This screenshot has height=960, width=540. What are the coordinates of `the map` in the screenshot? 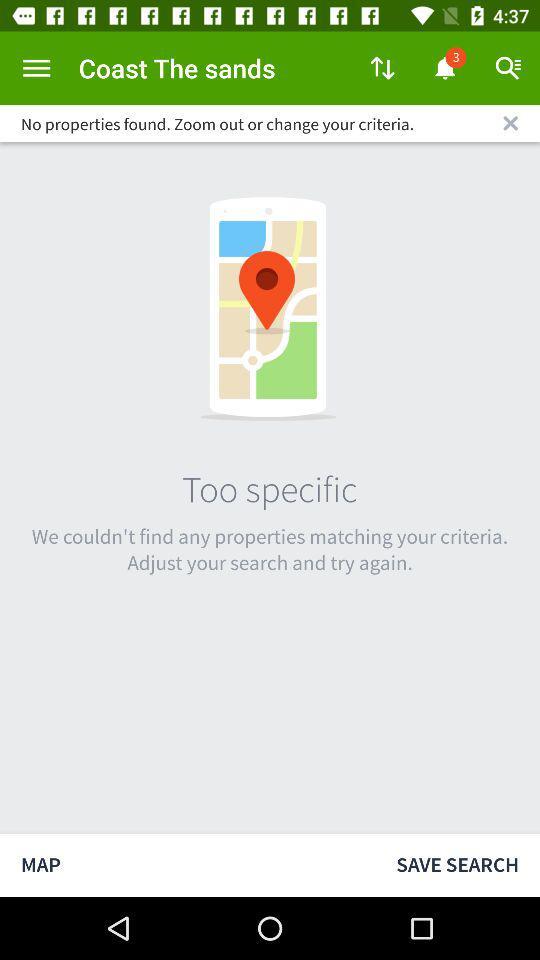 It's located at (187, 864).